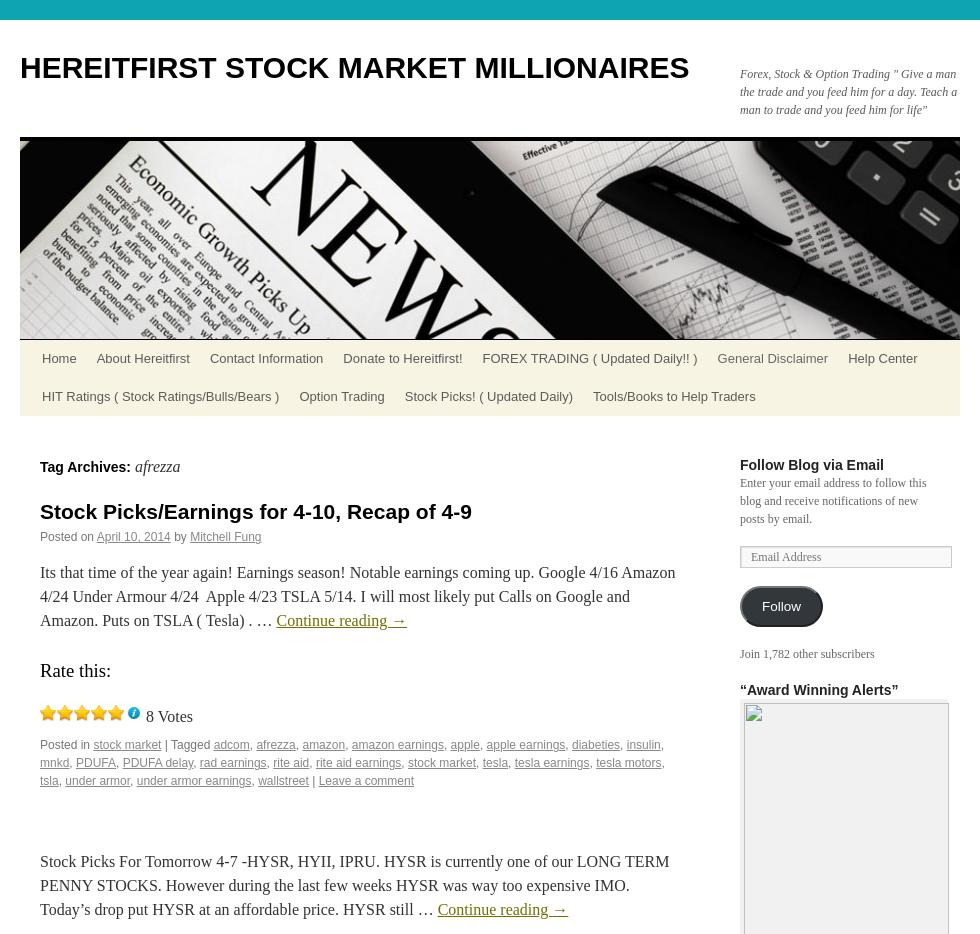  I want to click on '“Award Winning Alerts”', so click(739, 689).